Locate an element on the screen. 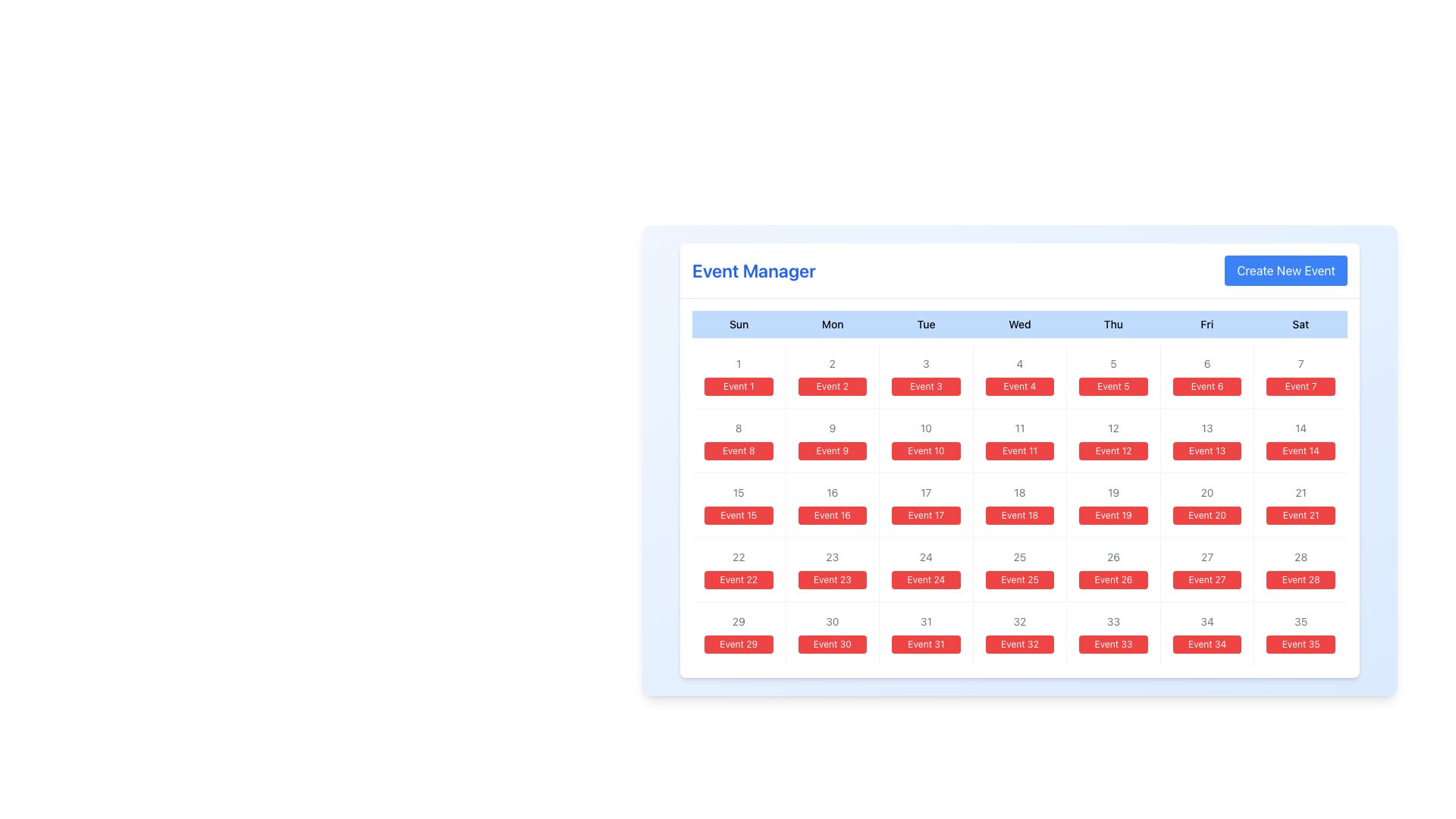 The width and height of the screenshot is (1456, 819). the interactive informational block displaying details for 'Event 21', located in the bottom row under the 'Sat' column is located at coordinates (1300, 505).